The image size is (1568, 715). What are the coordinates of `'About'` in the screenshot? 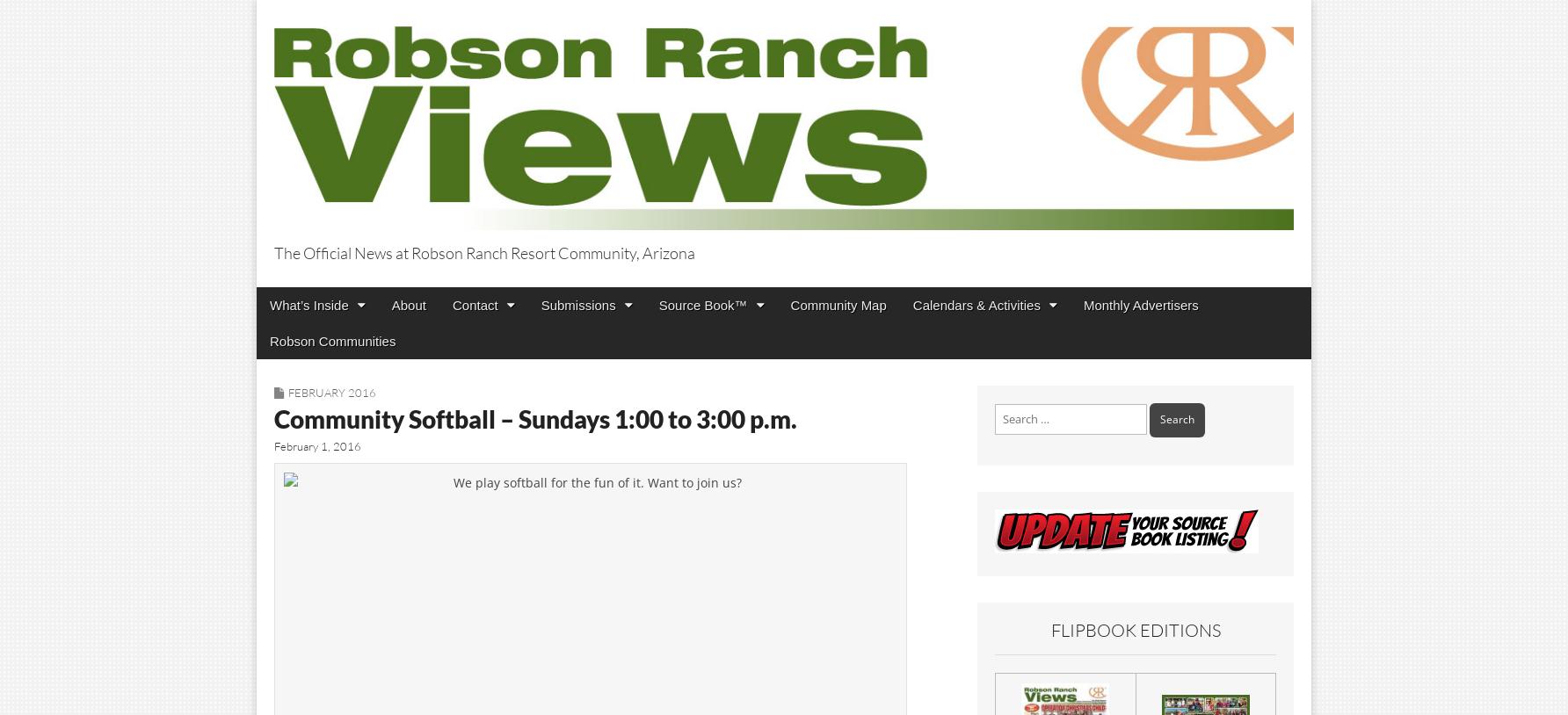 It's located at (408, 304).